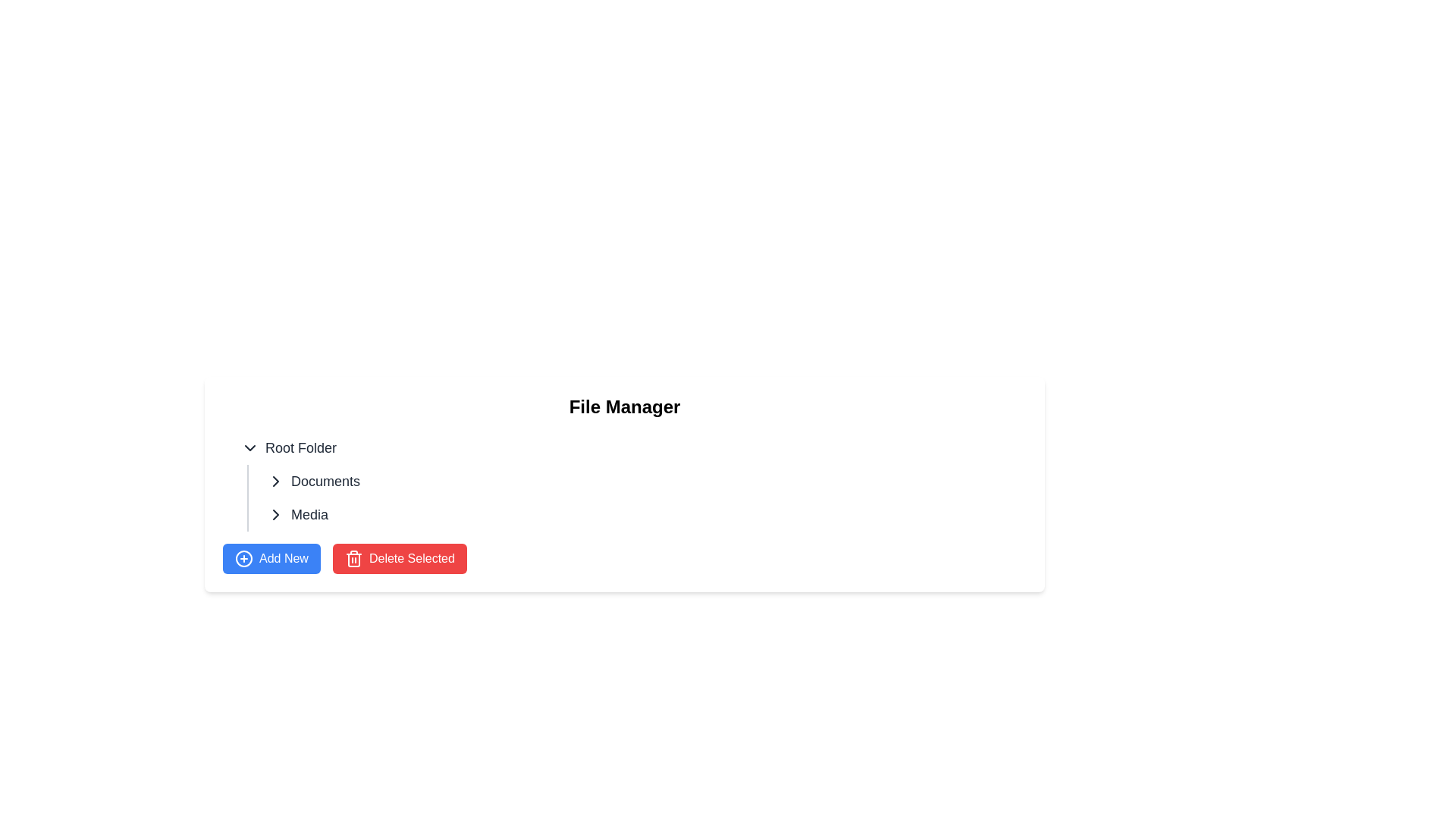 The width and height of the screenshot is (1456, 819). What do you see at coordinates (309, 513) in the screenshot?
I see `the static text label representing the 'Media' folder` at bounding box center [309, 513].